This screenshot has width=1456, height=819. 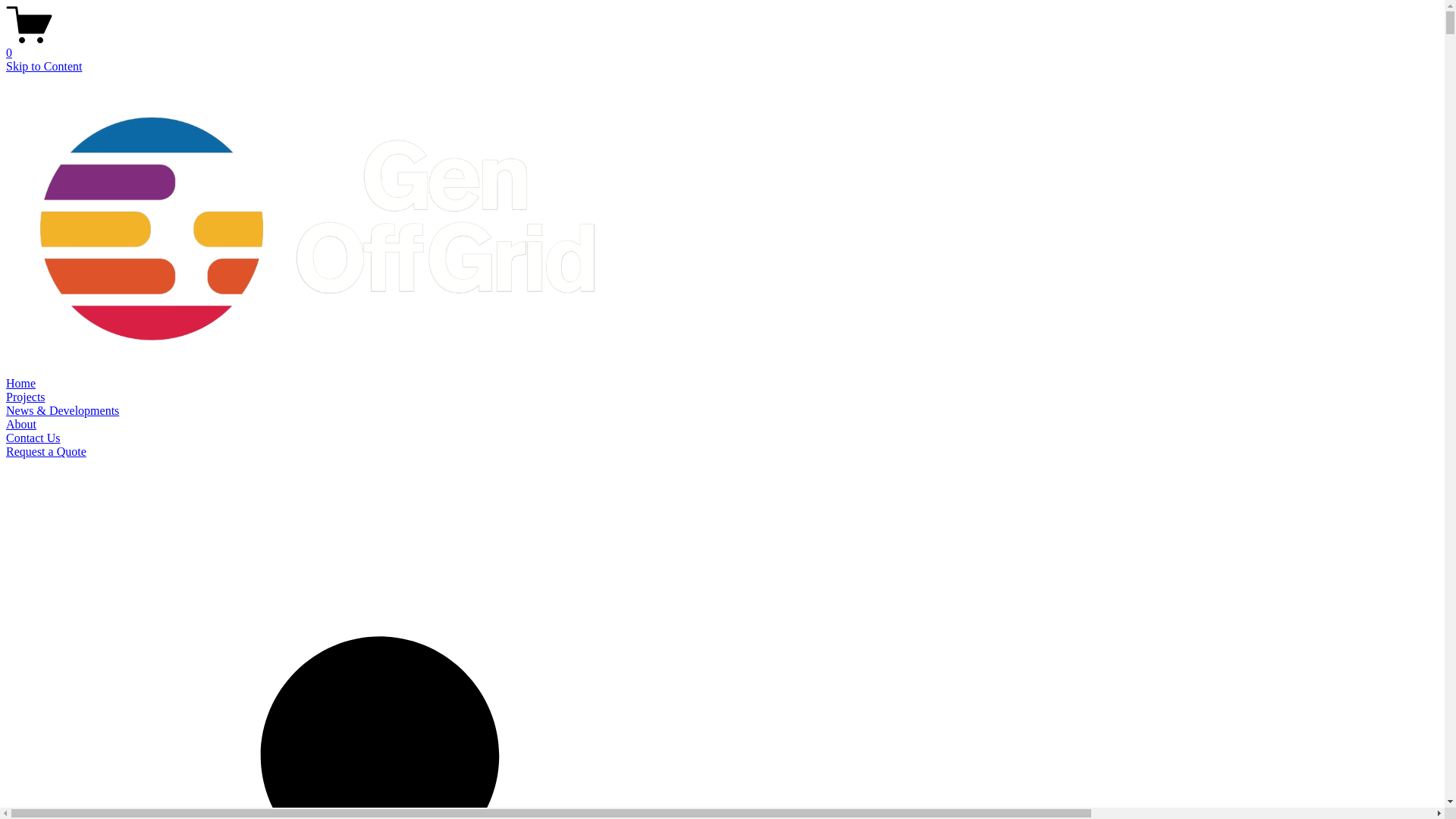 I want to click on 'Home', so click(x=6, y=382).